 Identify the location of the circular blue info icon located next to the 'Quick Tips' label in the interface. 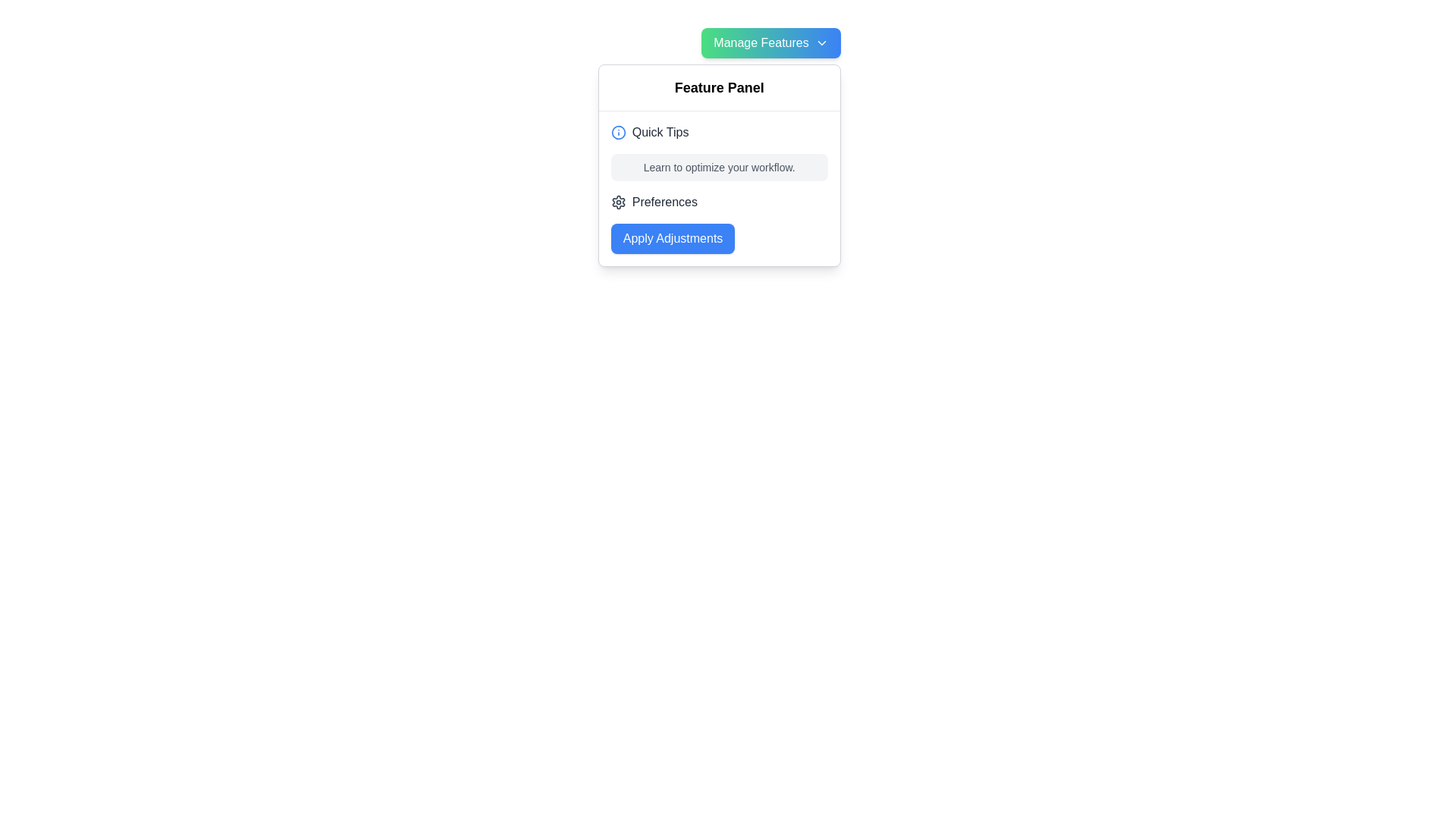
(618, 131).